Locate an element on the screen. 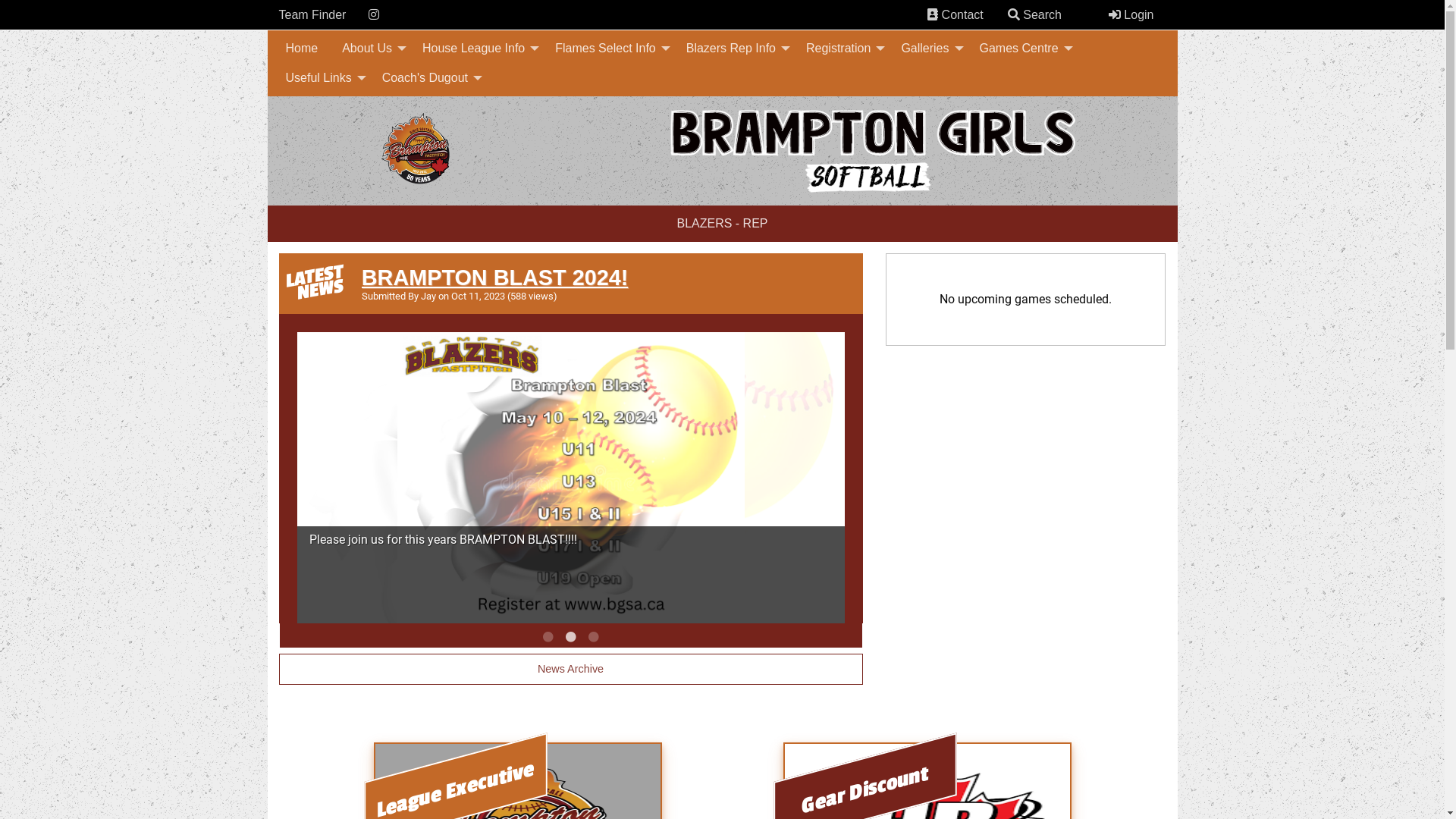  ' Search' is located at coordinates (1034, 14).